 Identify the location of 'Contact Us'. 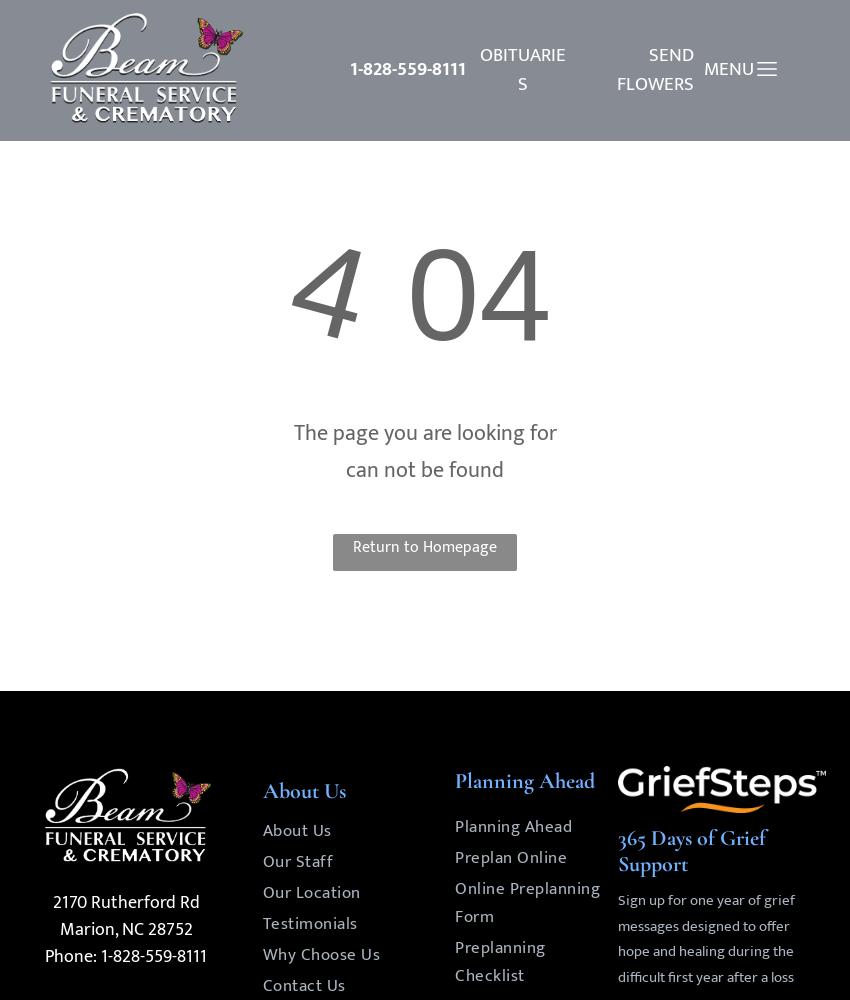
(303, 984).